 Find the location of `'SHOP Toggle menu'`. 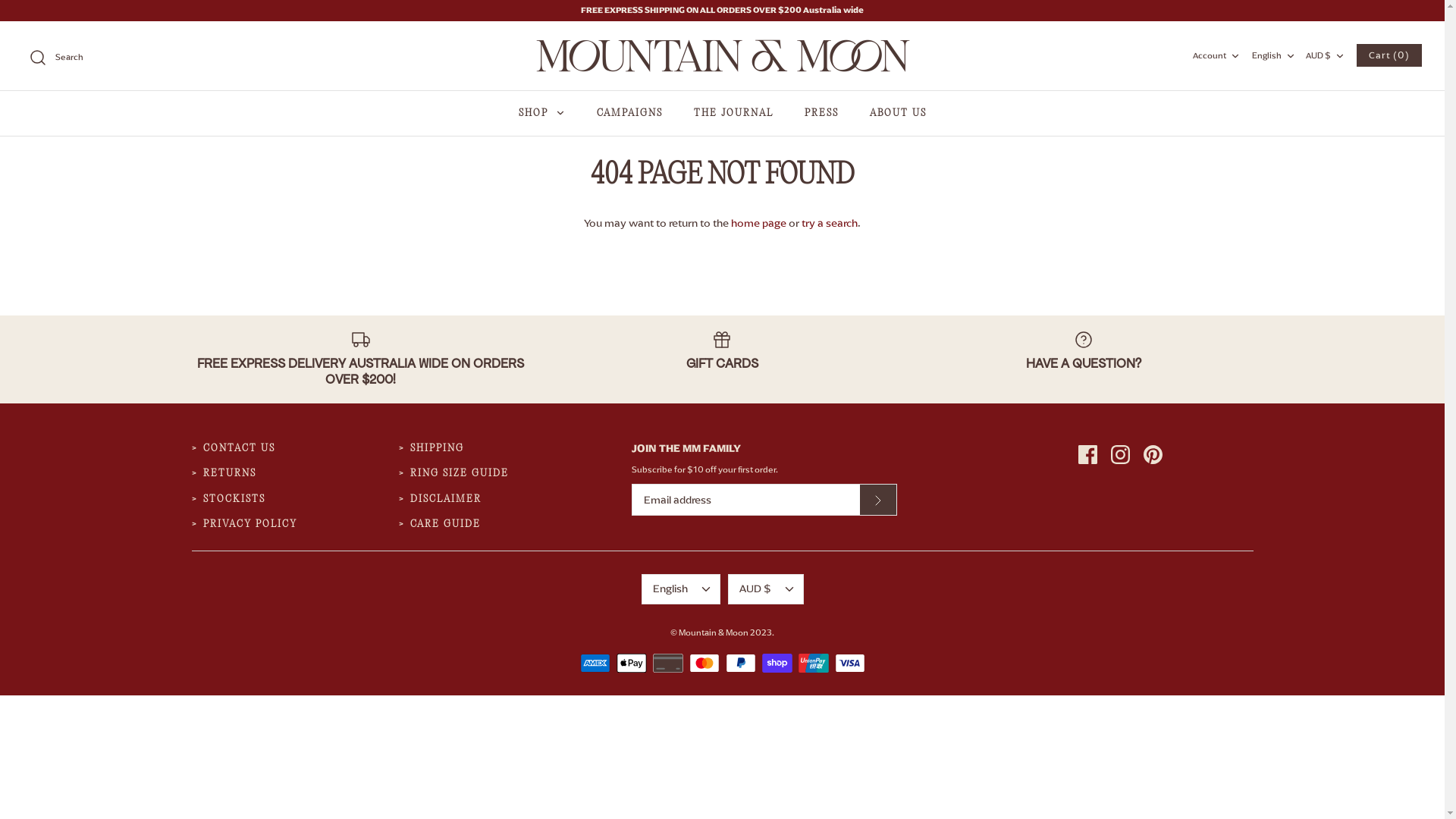

'SHOP Toggle menu' is located at coordinates (542, 113).